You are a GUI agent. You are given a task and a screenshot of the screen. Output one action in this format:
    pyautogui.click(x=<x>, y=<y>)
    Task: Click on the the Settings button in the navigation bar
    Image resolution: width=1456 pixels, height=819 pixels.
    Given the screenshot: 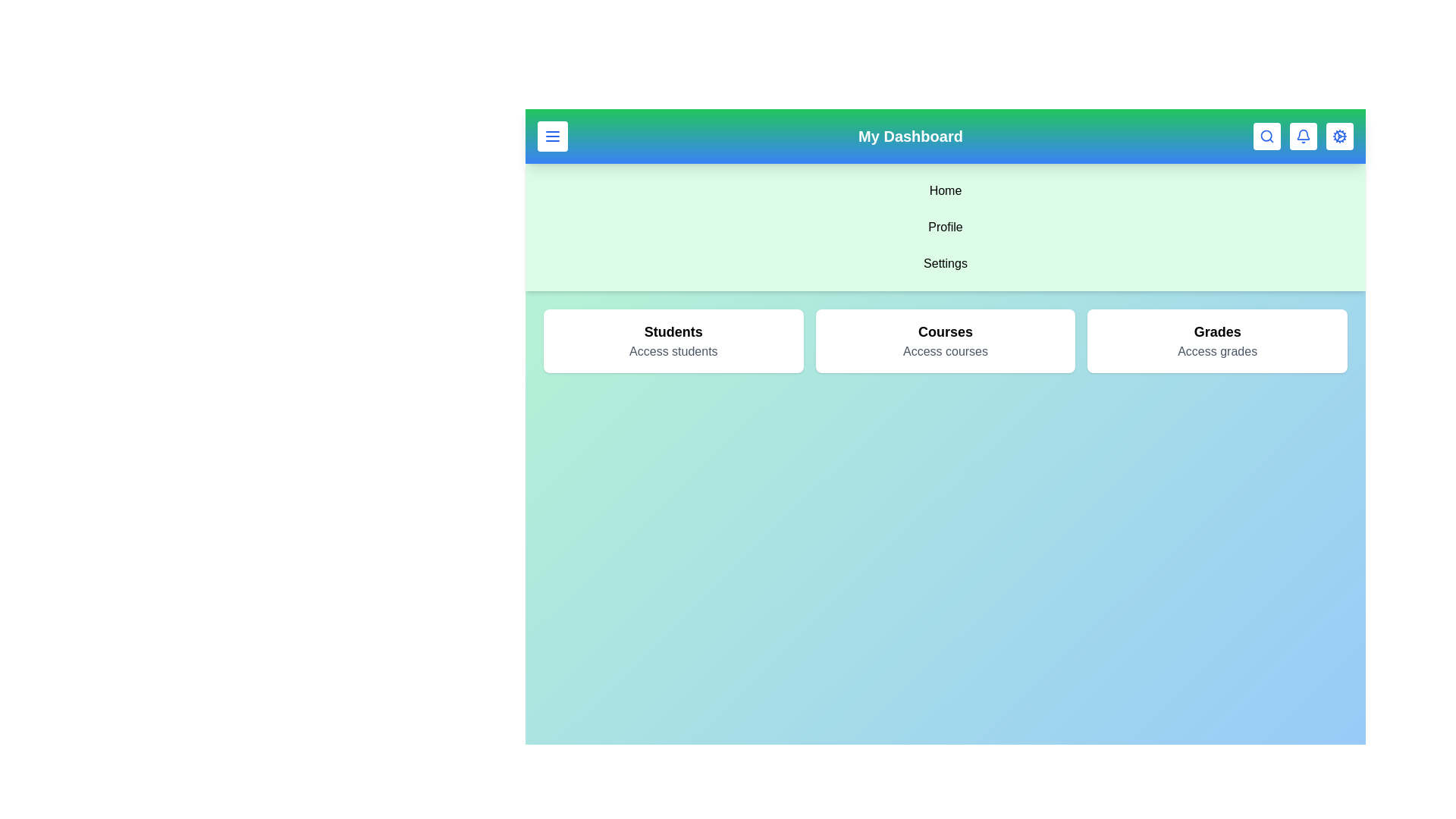 What is the action you would take?
    pyautogui.click(x=1339, y=136)
    